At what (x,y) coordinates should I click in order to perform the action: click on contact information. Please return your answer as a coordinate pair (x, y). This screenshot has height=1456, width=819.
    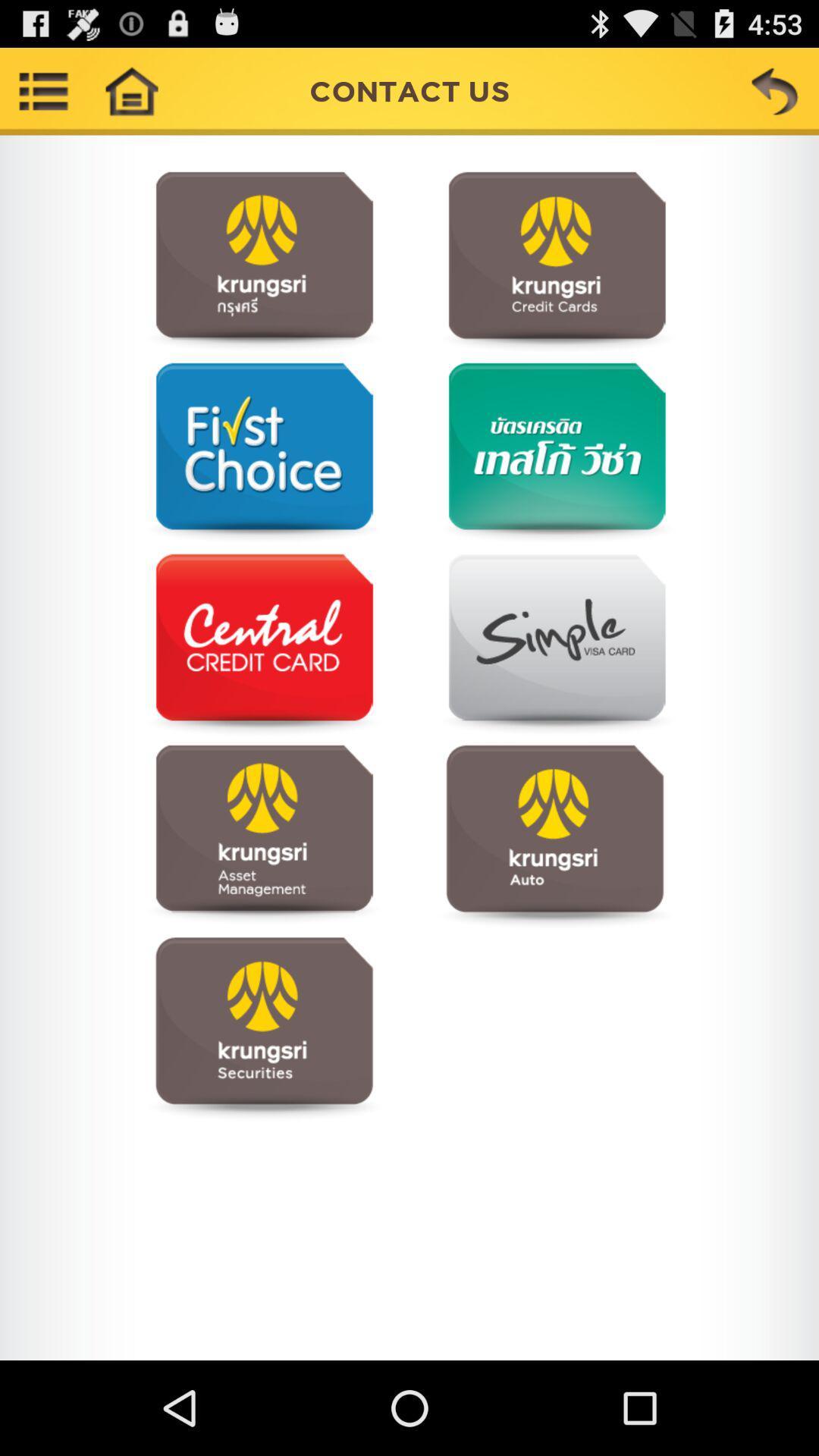
    Looking at the image, I should click on (554, 645).